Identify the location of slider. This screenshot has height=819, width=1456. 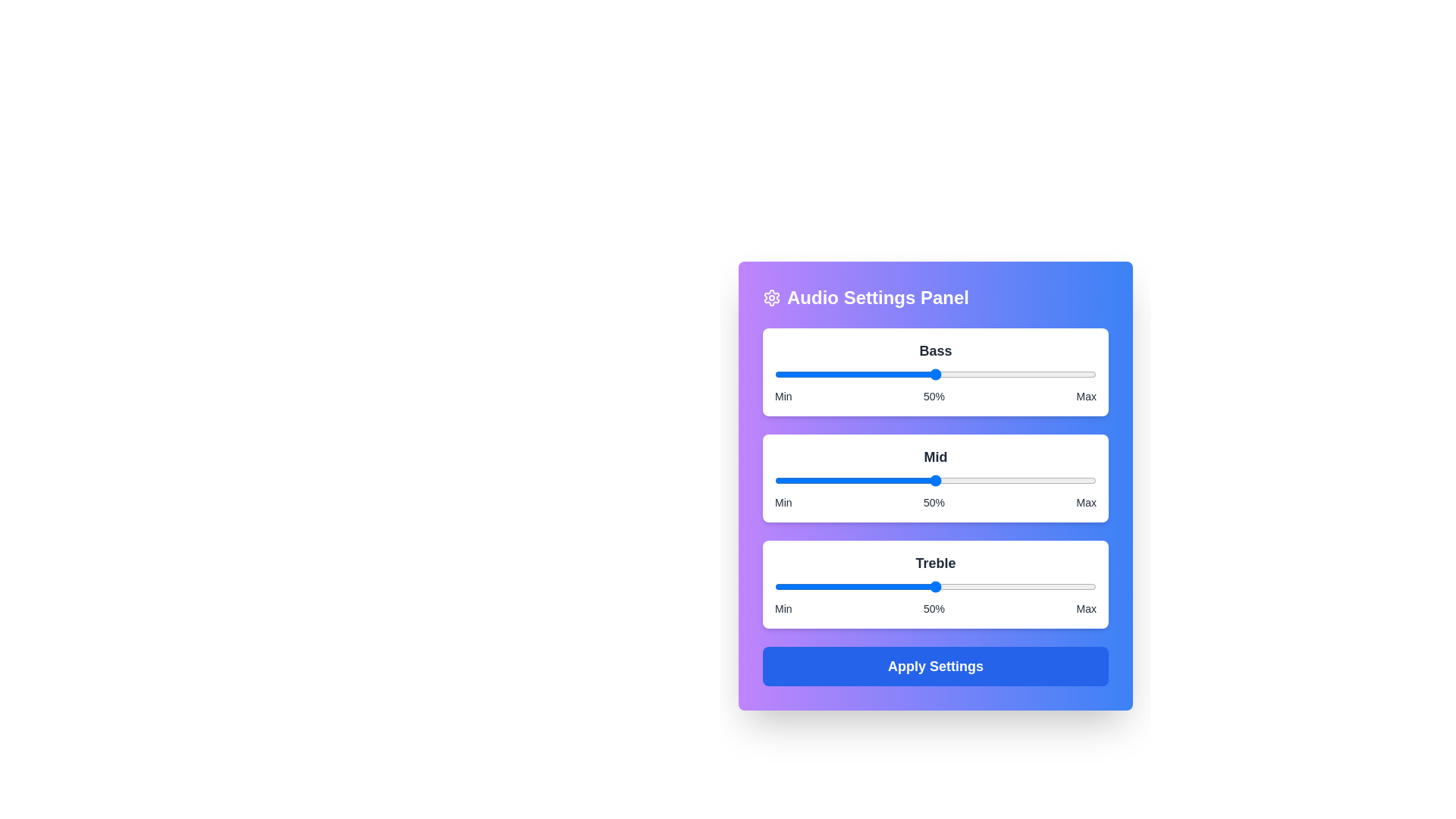
(897, 480).